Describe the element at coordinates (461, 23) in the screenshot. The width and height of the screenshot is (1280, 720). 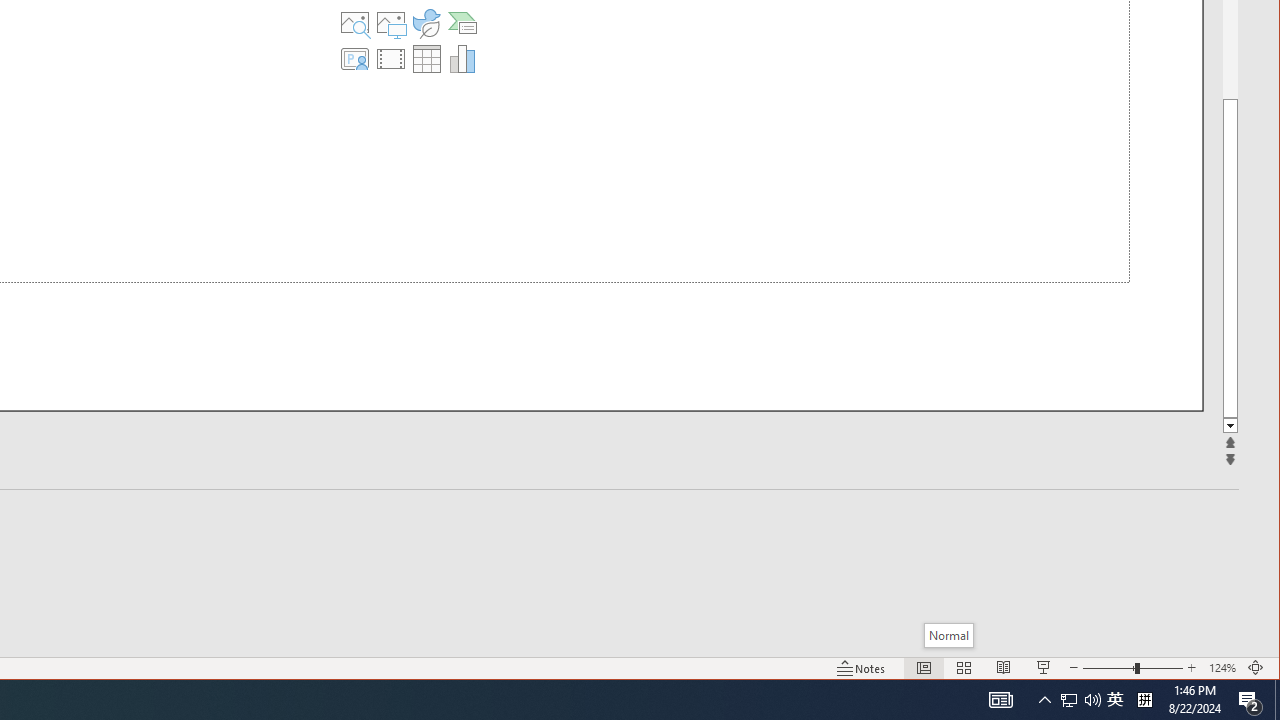
I see `'Insert a SmartArt Graphic'` at that location.